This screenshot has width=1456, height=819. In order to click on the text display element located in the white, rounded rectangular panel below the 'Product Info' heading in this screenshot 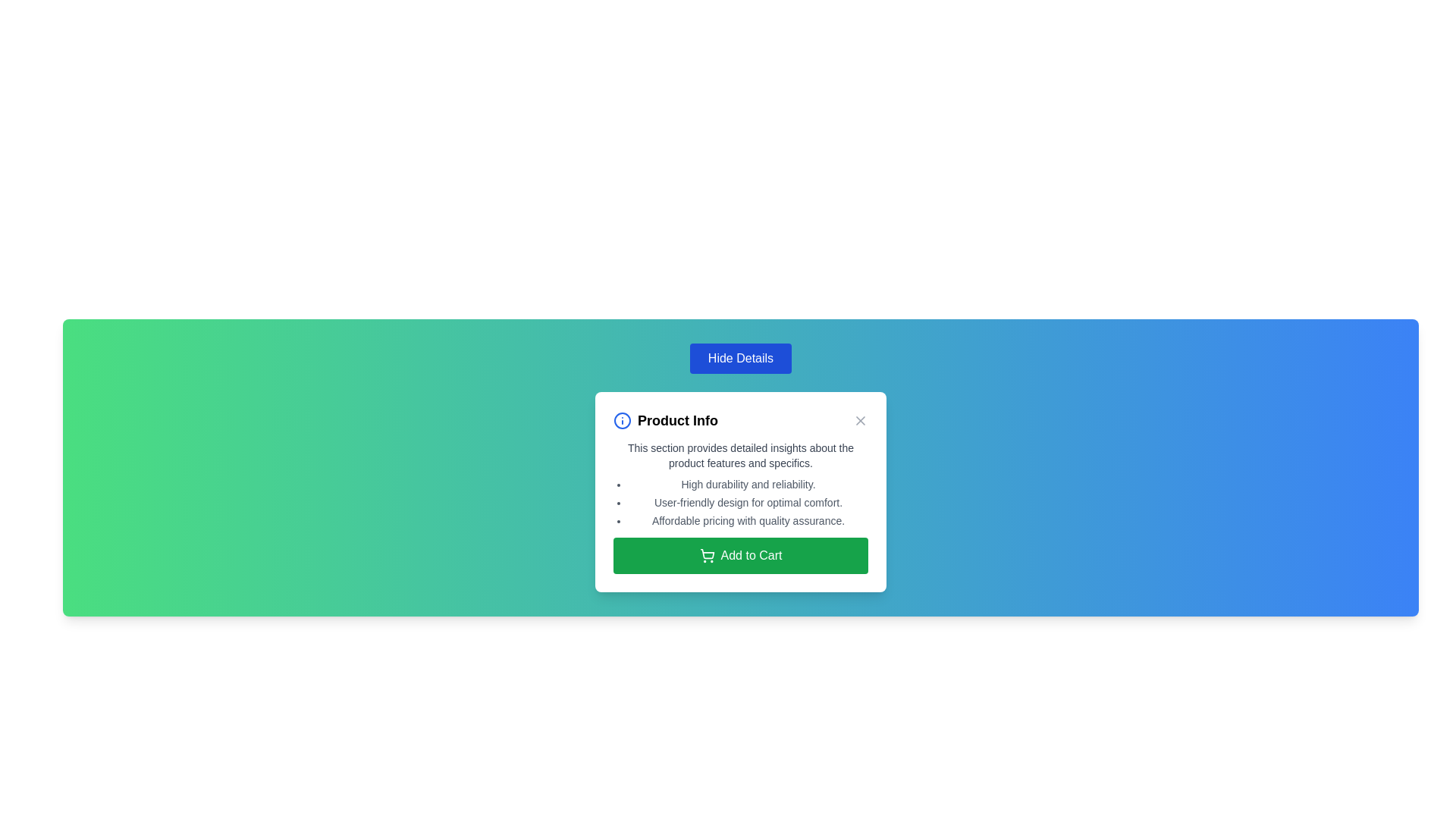, I will do `click(741, 455)`.